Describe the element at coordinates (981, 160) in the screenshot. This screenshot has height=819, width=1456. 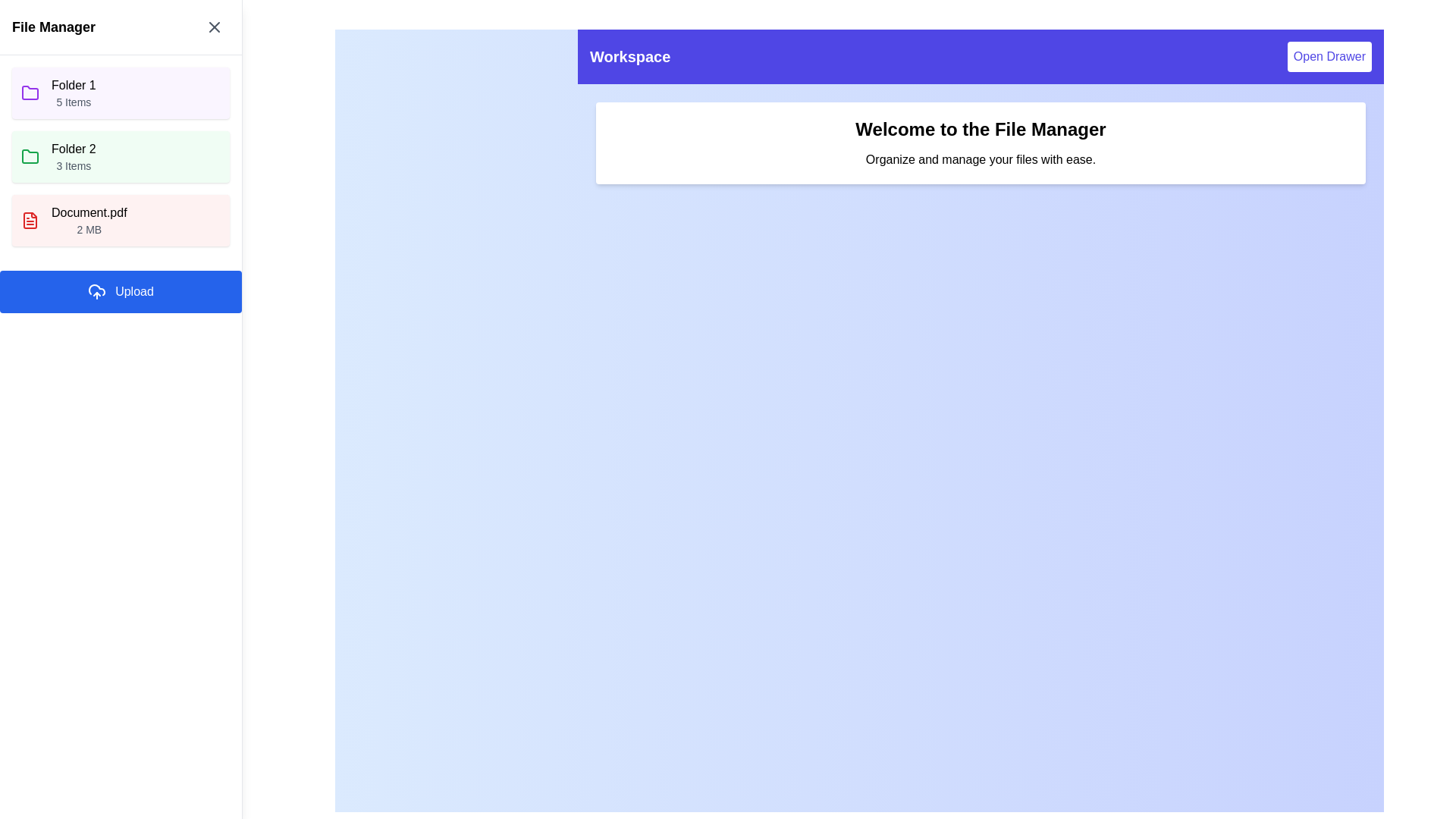
I see `the static text label that contains the message 'Organize and manage your files with ease.' which is located below the heading 'Welcome to the File Manager'` at that location.